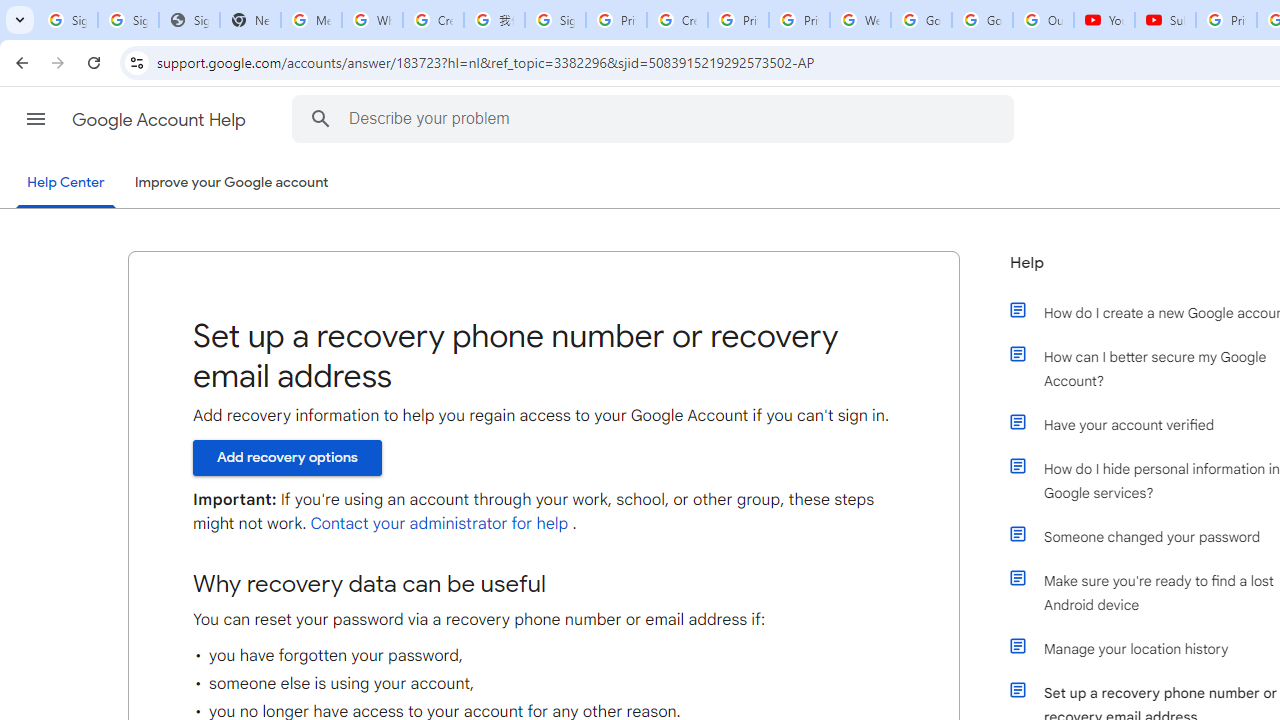 Image resolution: width=1280 pixels, height=720 pixels. What do you see at coordinates (231, 183) in the screenshot?
I see `'Improve your Google account'` at bounding box center [231, 183].